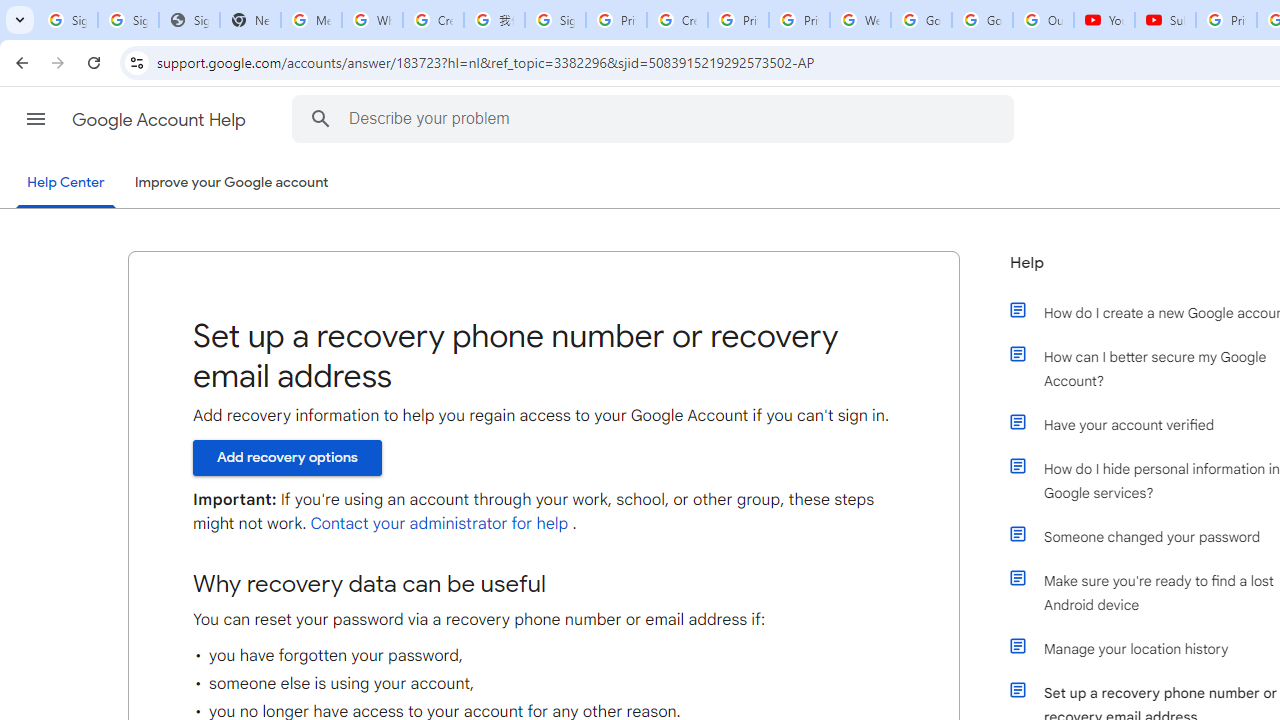 Image resolution: width=1280 pixels, height=720 pixels. What do you see at coordinates (231, 183) in the screenshot?
I see `'Improve your Google account'` at bounding box center [231, 183].